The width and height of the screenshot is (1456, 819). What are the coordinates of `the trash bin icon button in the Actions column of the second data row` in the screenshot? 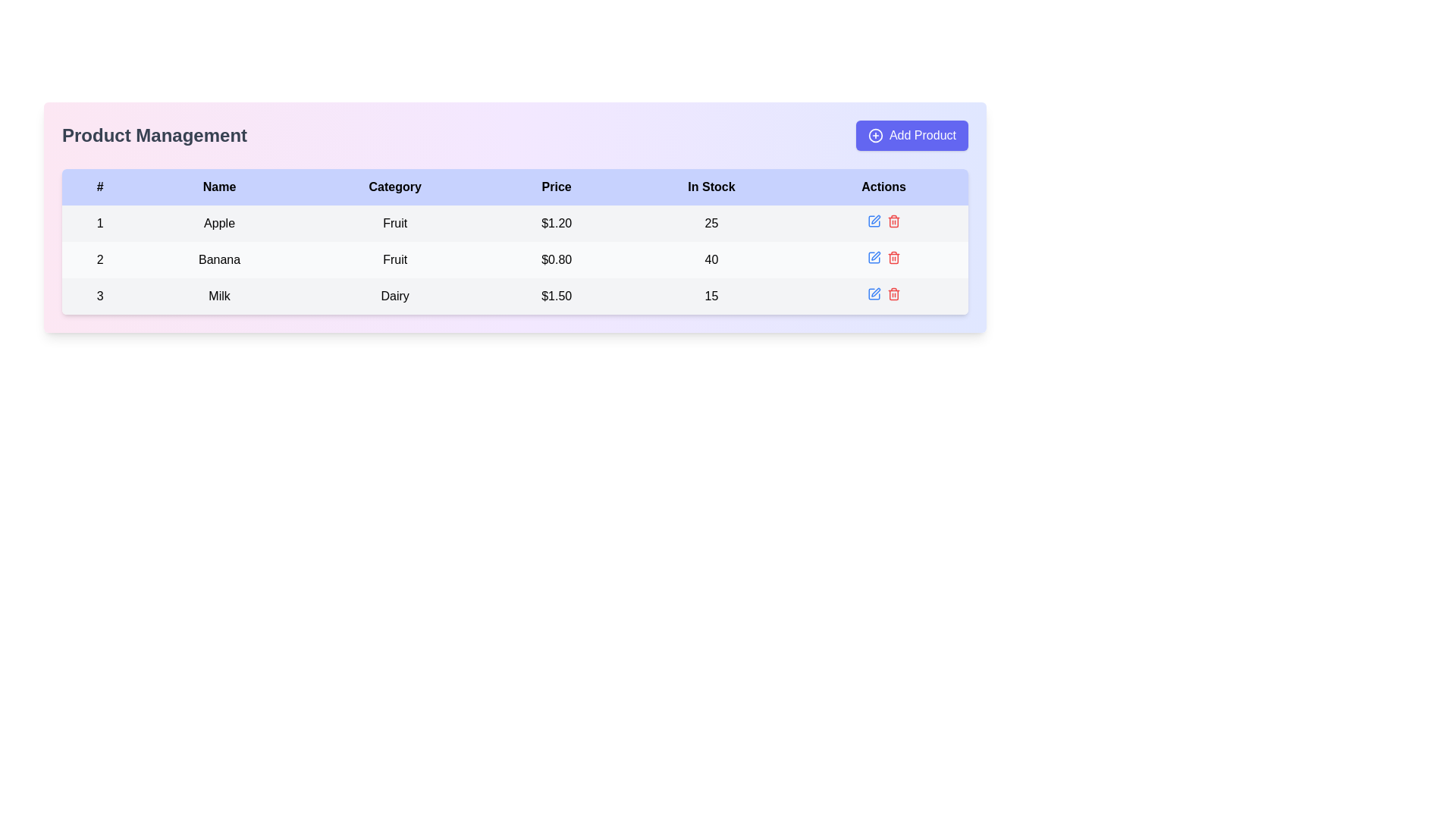 It's located at (893, 256).